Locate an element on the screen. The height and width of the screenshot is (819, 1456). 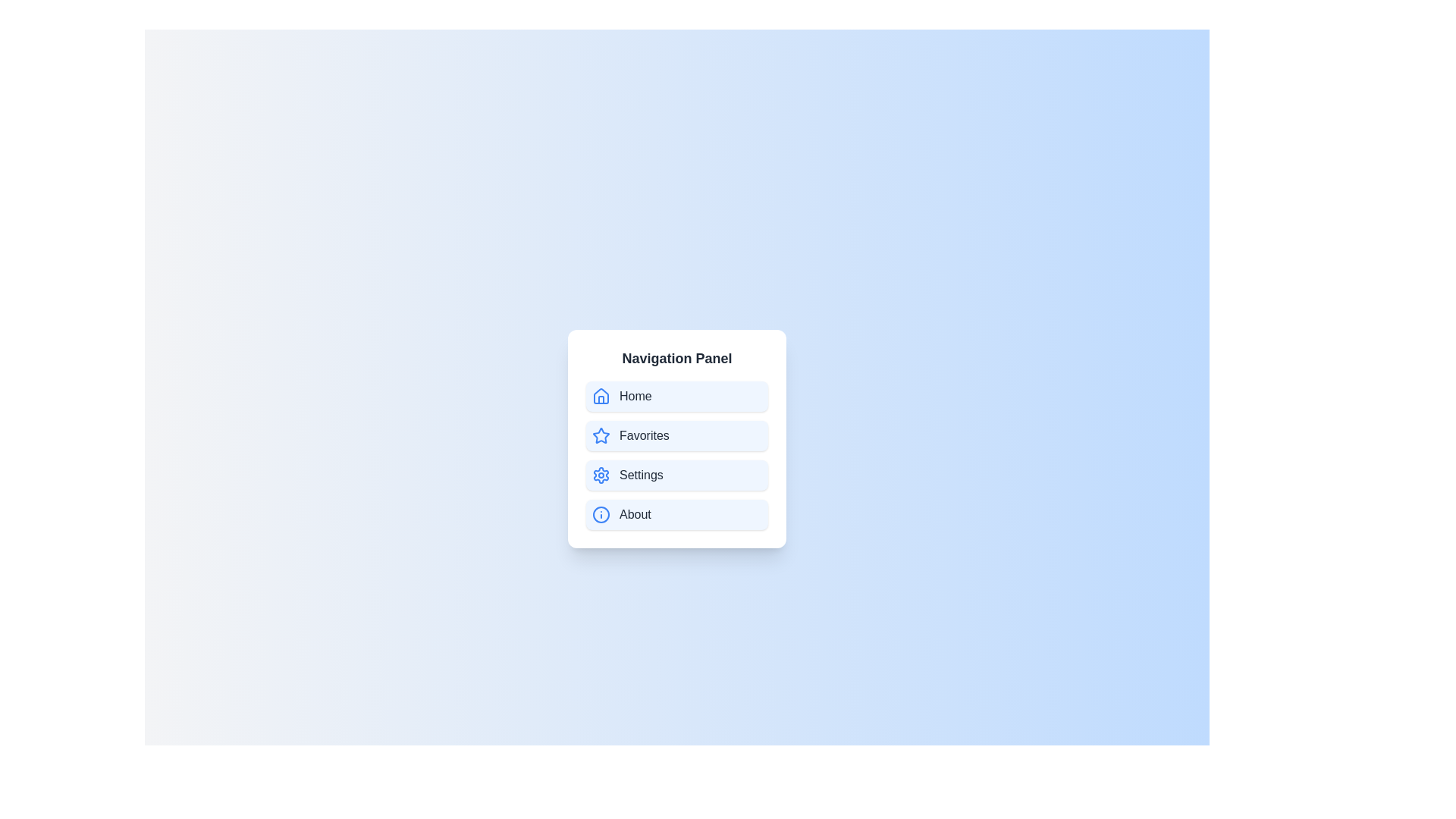
the button located in the navigation panel, which is the third button from the top and is intended for navigating to the 'Settings' section of the application is located at coordinates (676, 475).